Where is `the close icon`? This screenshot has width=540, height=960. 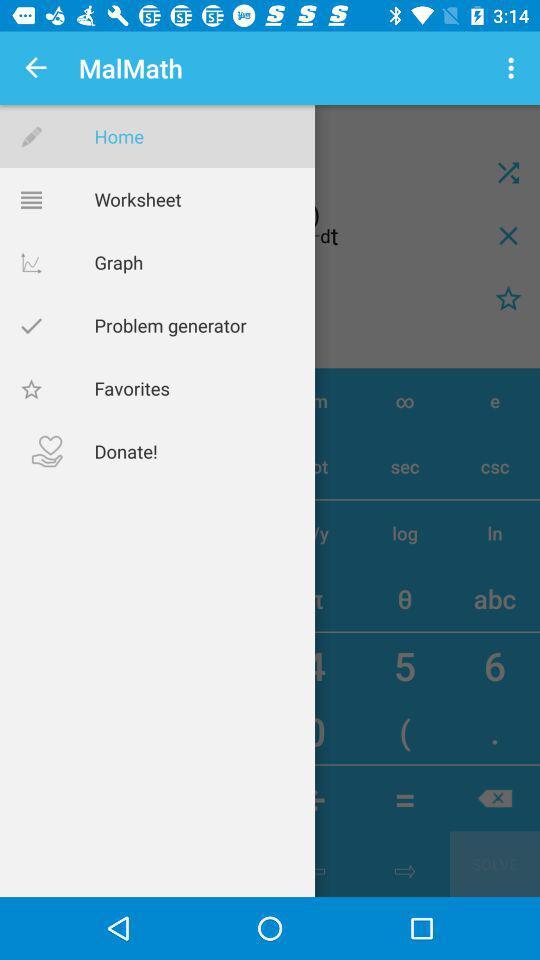 the close icon is located at coordinates (508, 171).